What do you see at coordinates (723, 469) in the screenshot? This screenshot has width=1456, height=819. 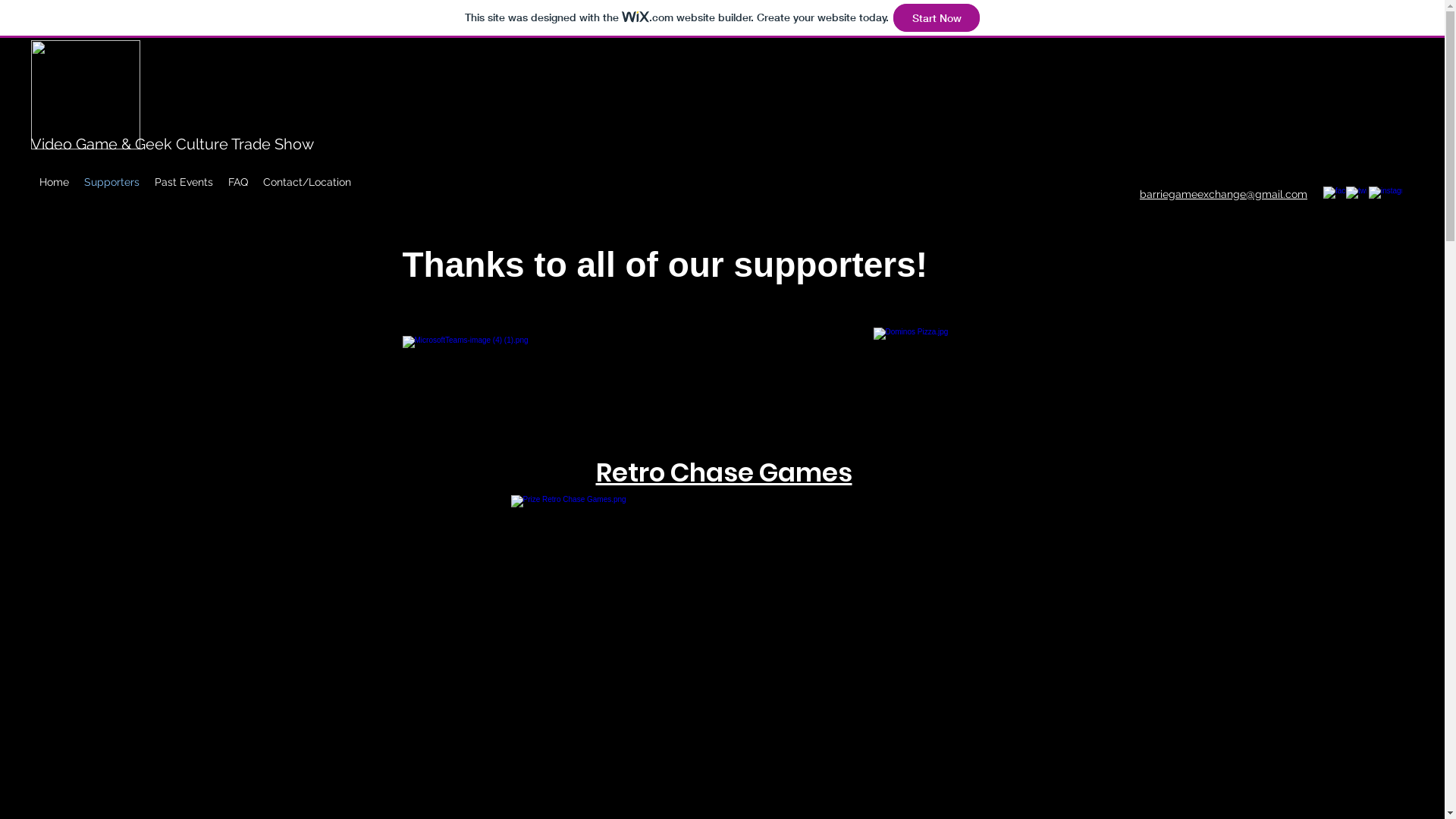 I see `'Retro Chase Games'` at bounding box center [723, 469].